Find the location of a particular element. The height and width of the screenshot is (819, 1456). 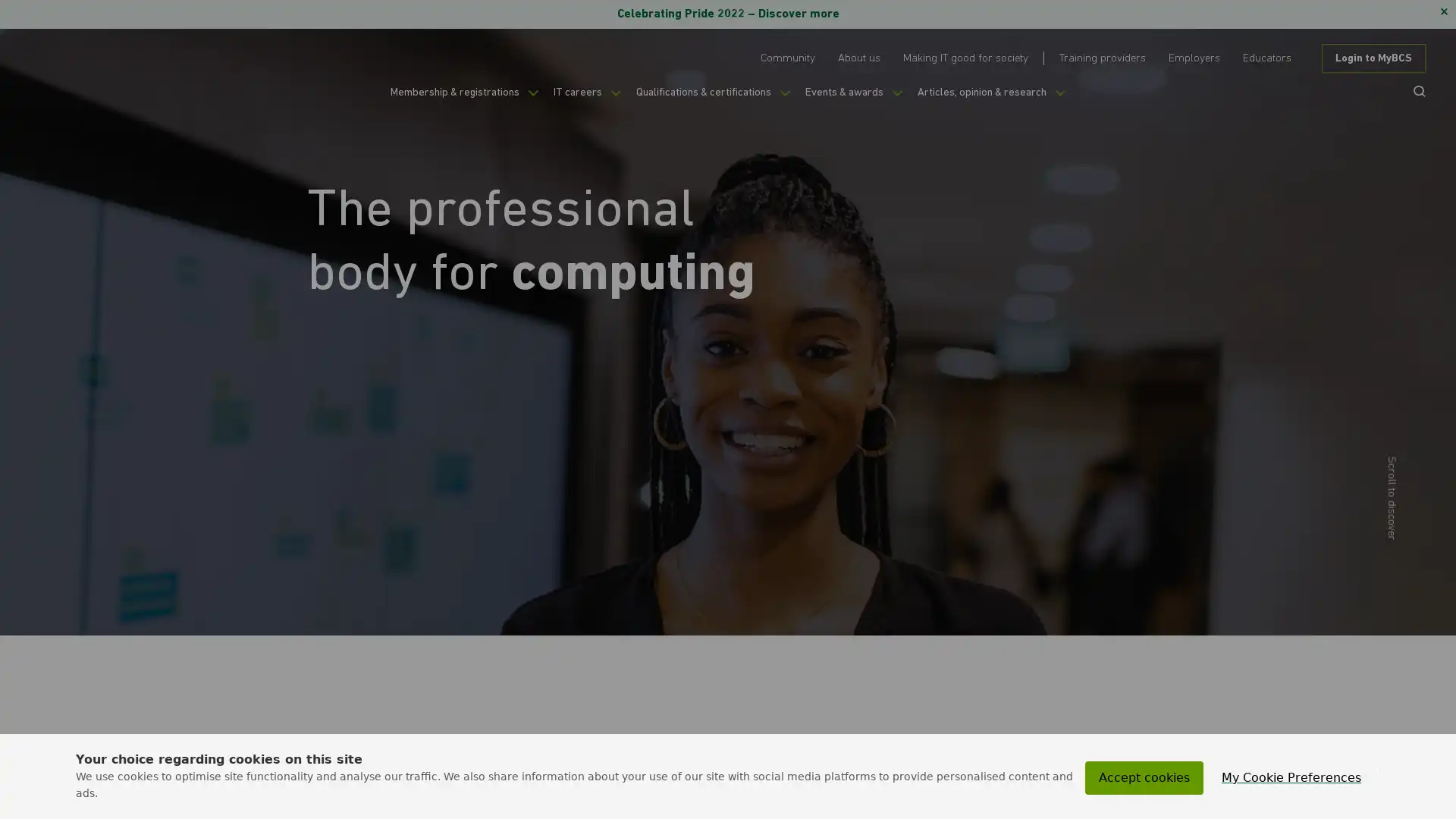

Close Cookie Control is located at coordinates (1379, 769).